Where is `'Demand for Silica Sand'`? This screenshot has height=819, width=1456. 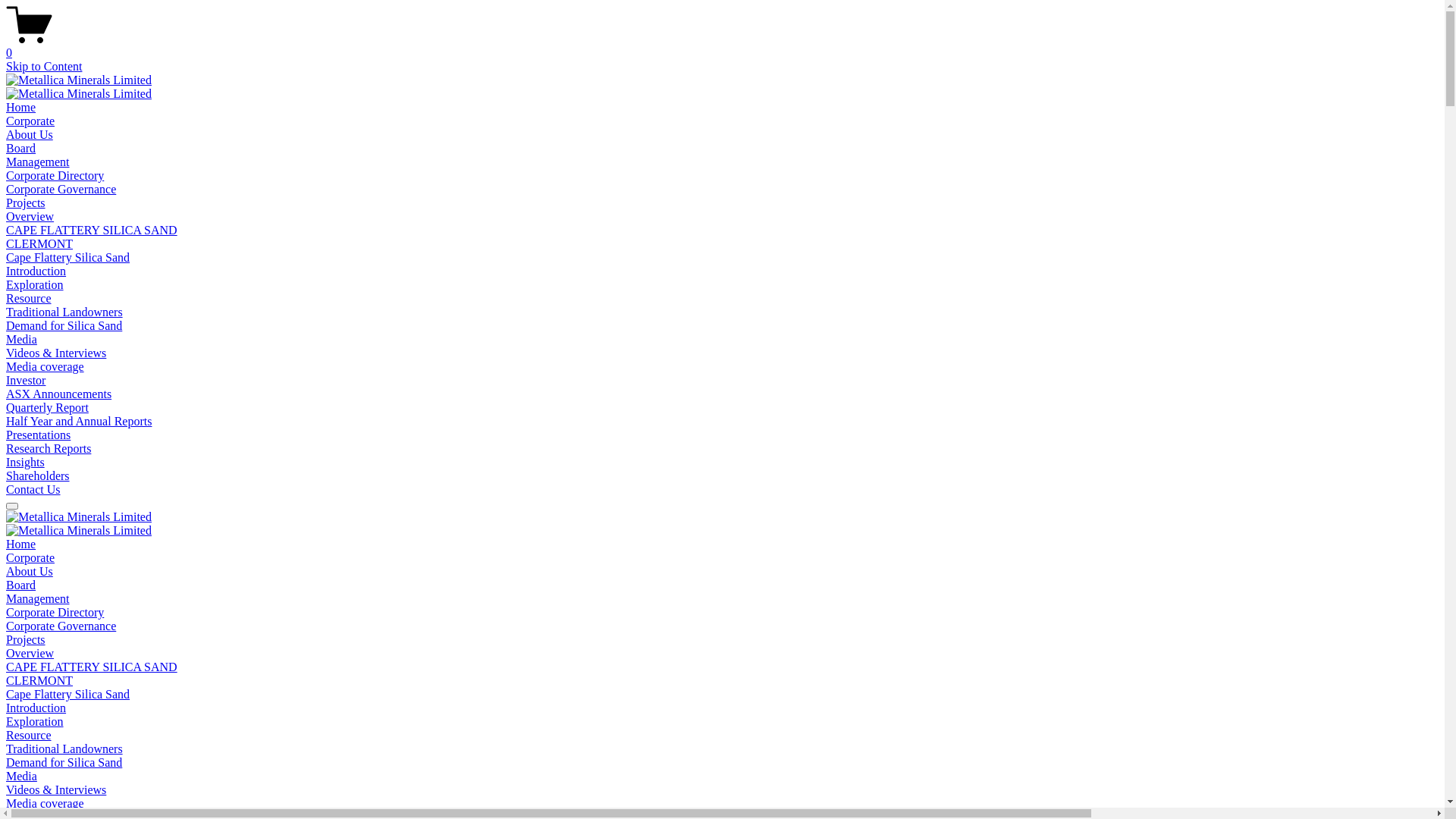 'Demand for Silica Sand' is located at coordinates (63, 325).